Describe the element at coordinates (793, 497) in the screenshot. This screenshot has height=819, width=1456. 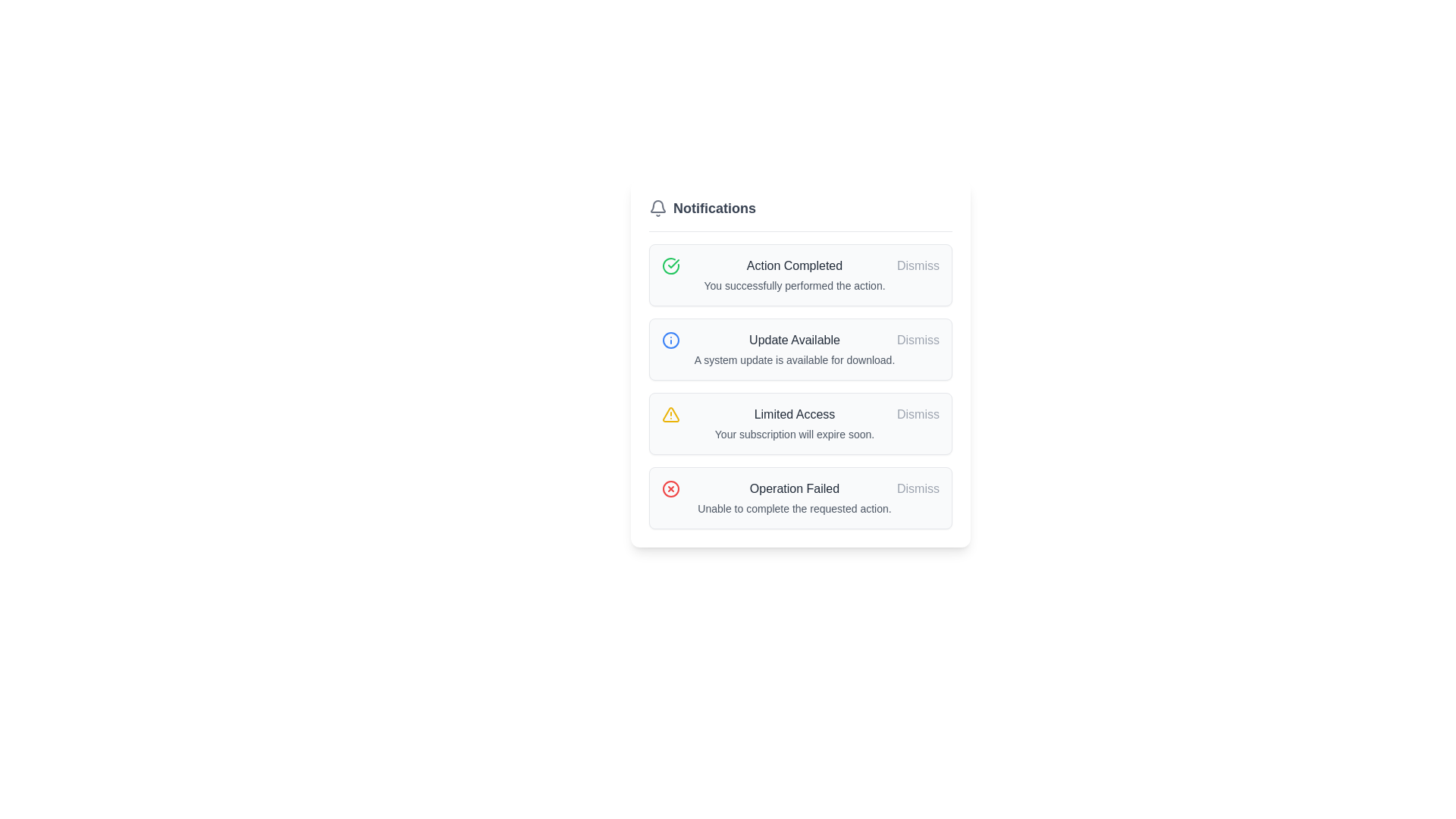
I see `the static text block that informs users about an unsuccessful operation, located in the fourth notification card, below the icon and to the left of the 'Dismiss' button` at that location.